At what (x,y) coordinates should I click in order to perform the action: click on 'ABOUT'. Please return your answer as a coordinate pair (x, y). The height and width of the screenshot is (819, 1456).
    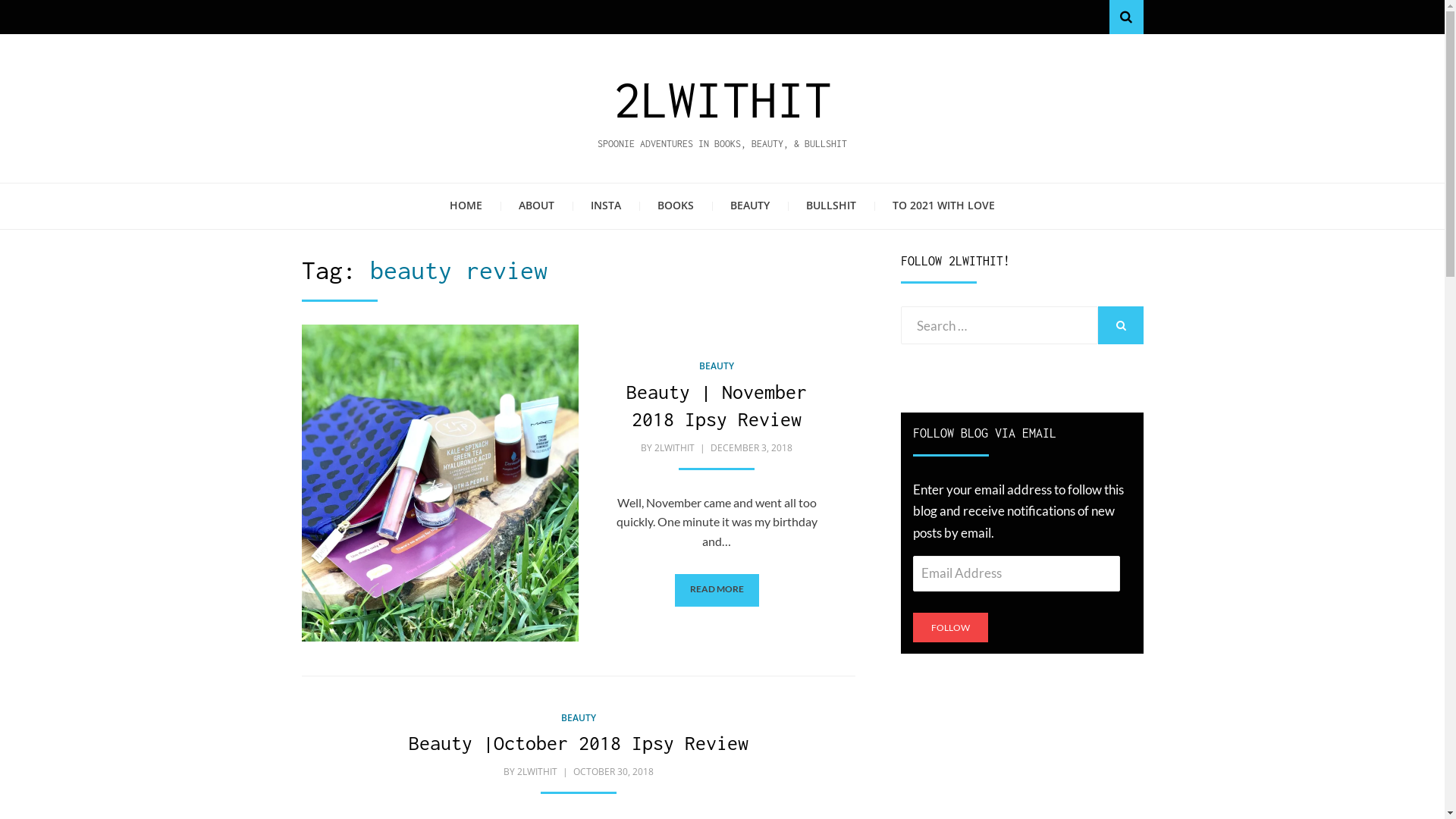
    Looking at the image, I should click on (536, 206).